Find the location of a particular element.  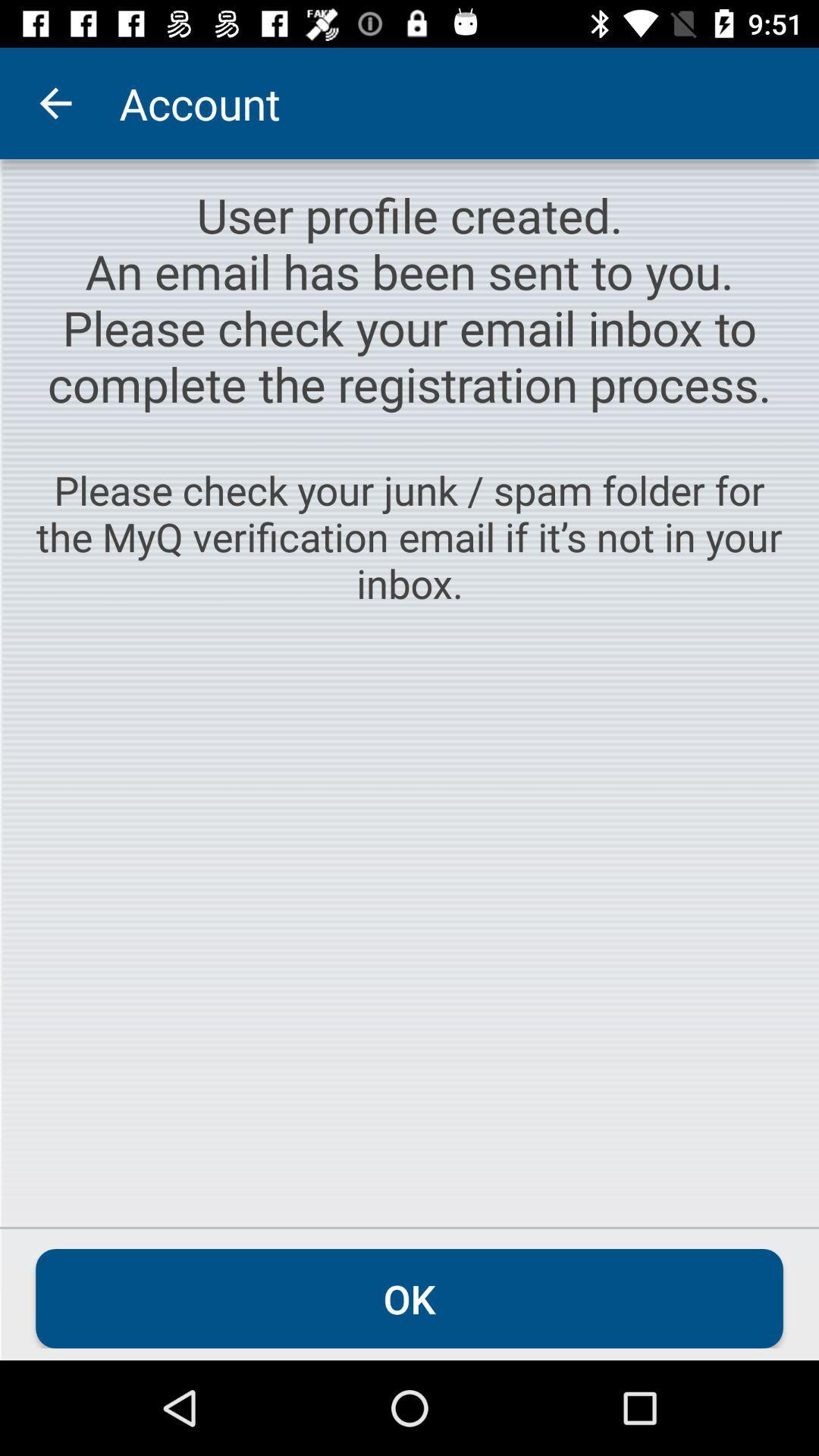

ok icon is located at coordinates (409, 1298).